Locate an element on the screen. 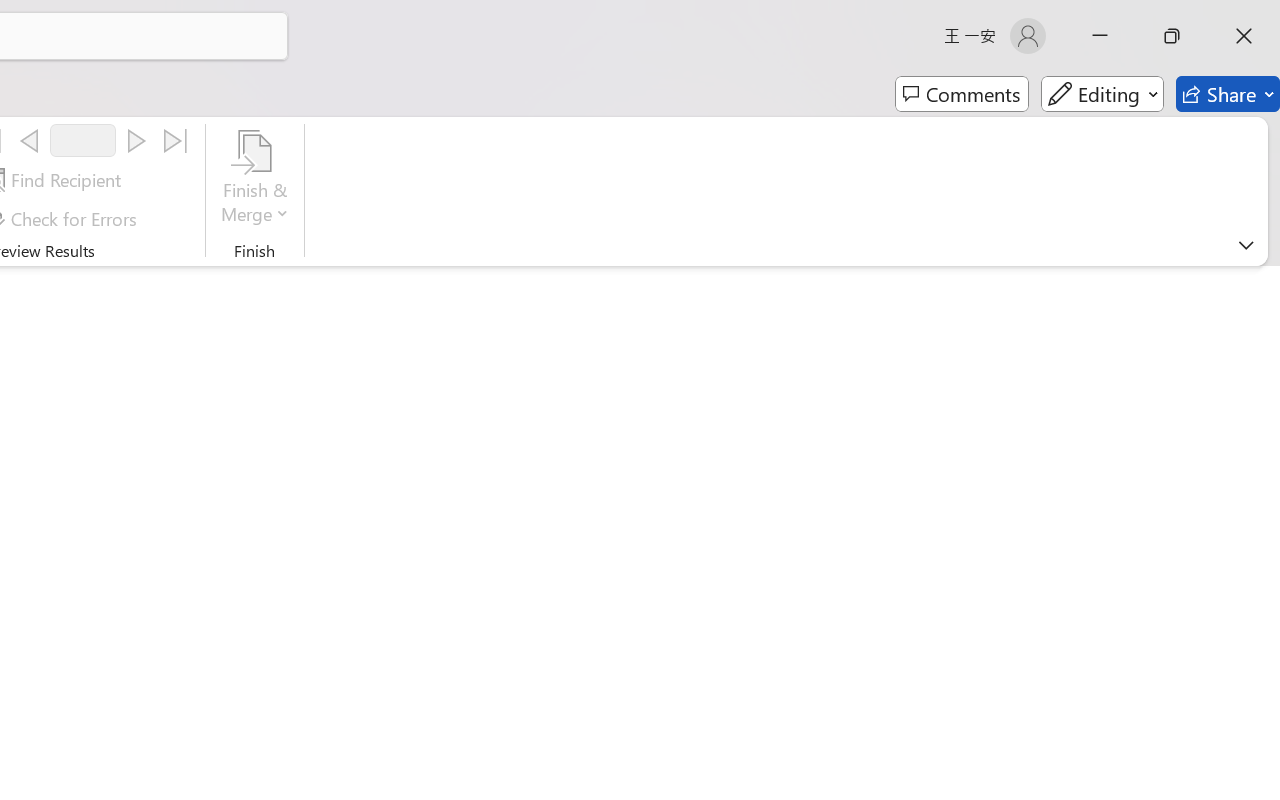 This screenshot has width=1280, height=800. 'Editing' is located at coordinates (1101, 94).